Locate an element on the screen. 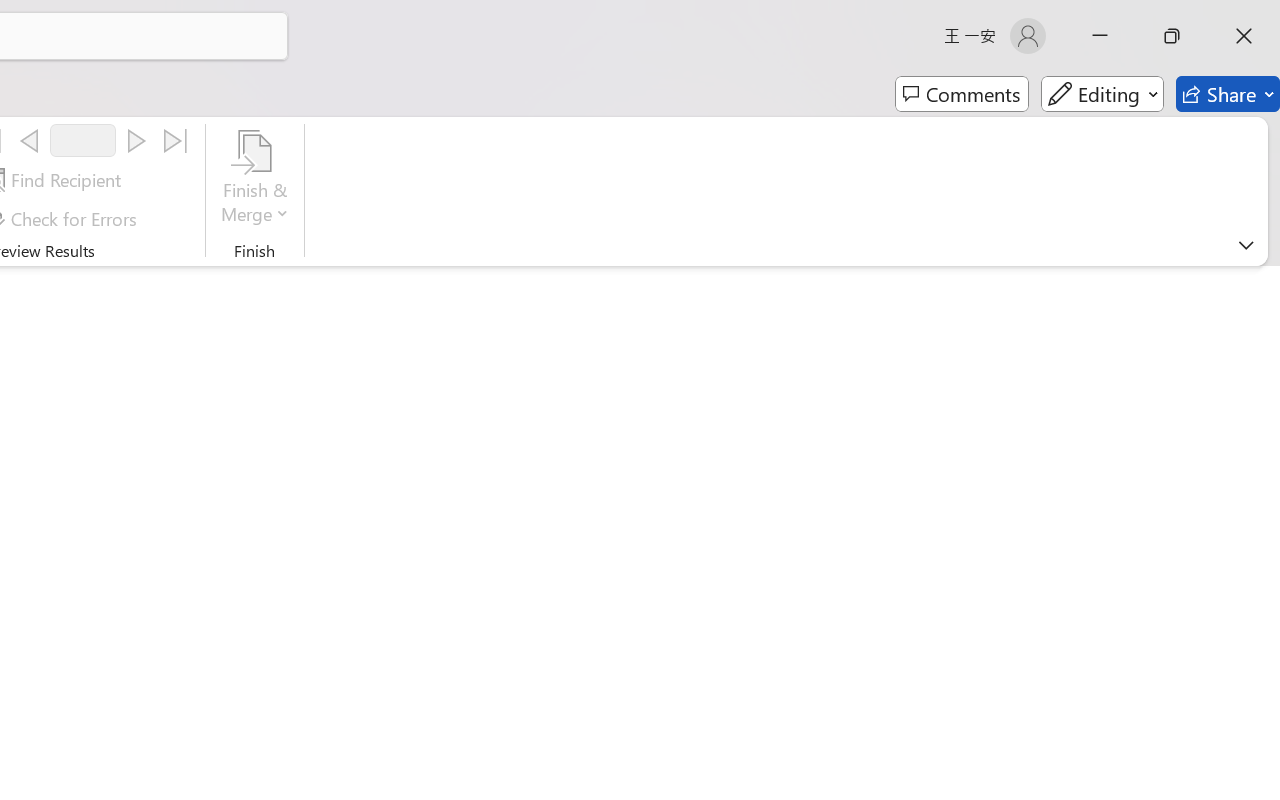 This screenshot has width=1280, height=800. 'Editing' is located at coordinates (1101, 94).